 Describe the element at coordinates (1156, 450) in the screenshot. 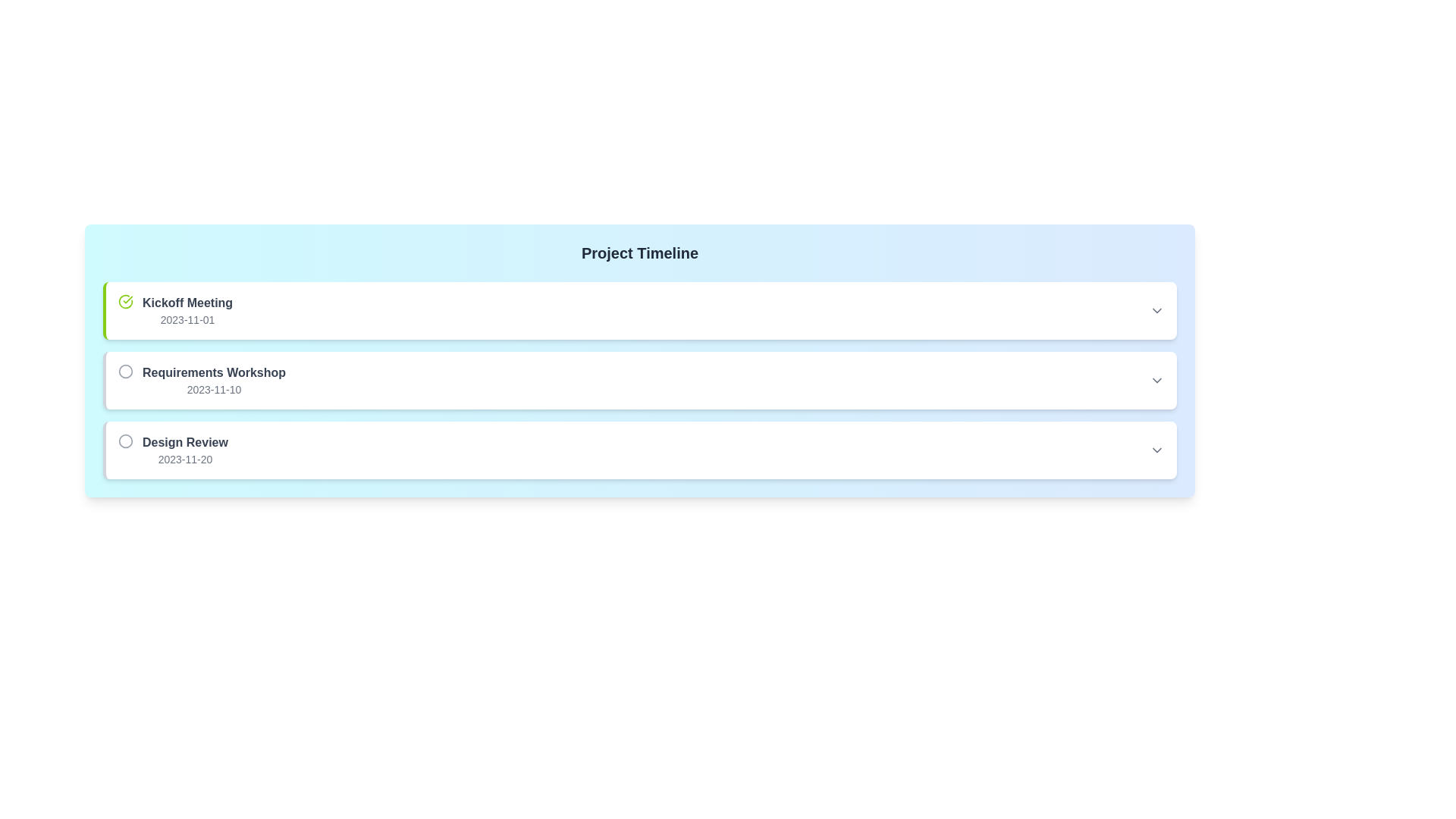

I see `the toggle or dropdown indicator icon` at that location.